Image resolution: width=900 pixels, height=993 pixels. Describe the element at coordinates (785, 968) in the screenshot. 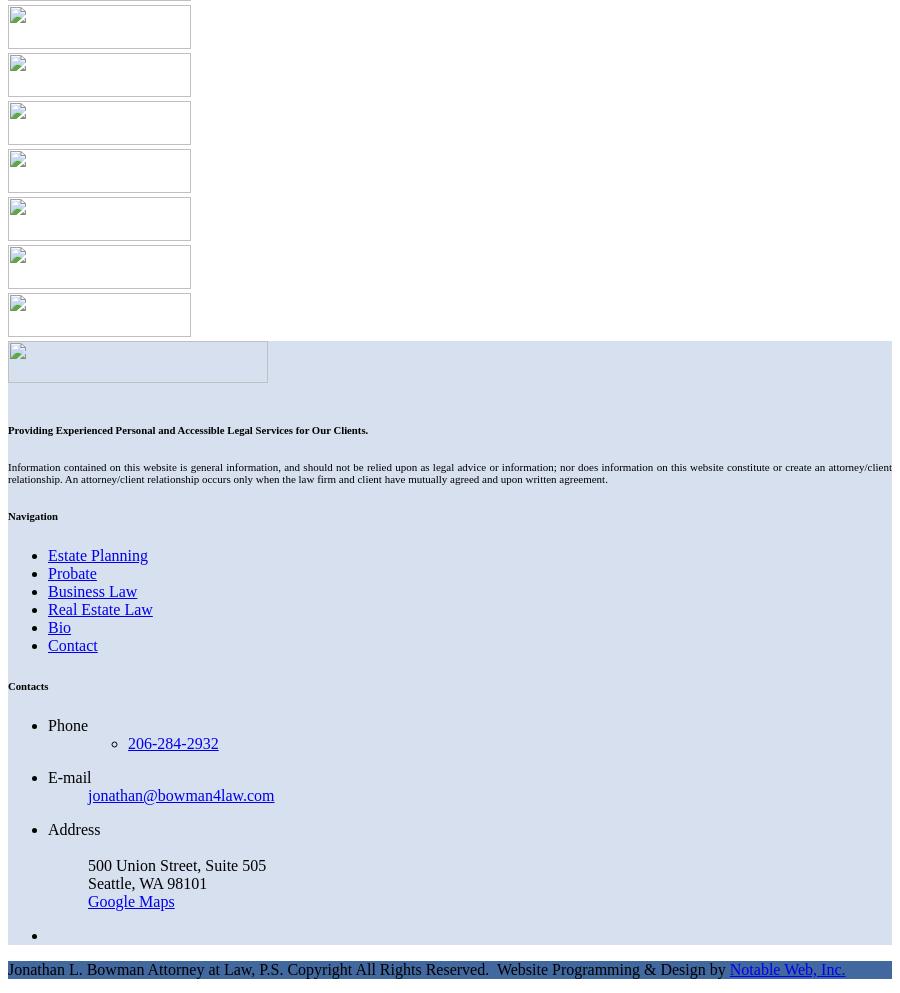

I see `'Notable Web, Inc.'` at that location.